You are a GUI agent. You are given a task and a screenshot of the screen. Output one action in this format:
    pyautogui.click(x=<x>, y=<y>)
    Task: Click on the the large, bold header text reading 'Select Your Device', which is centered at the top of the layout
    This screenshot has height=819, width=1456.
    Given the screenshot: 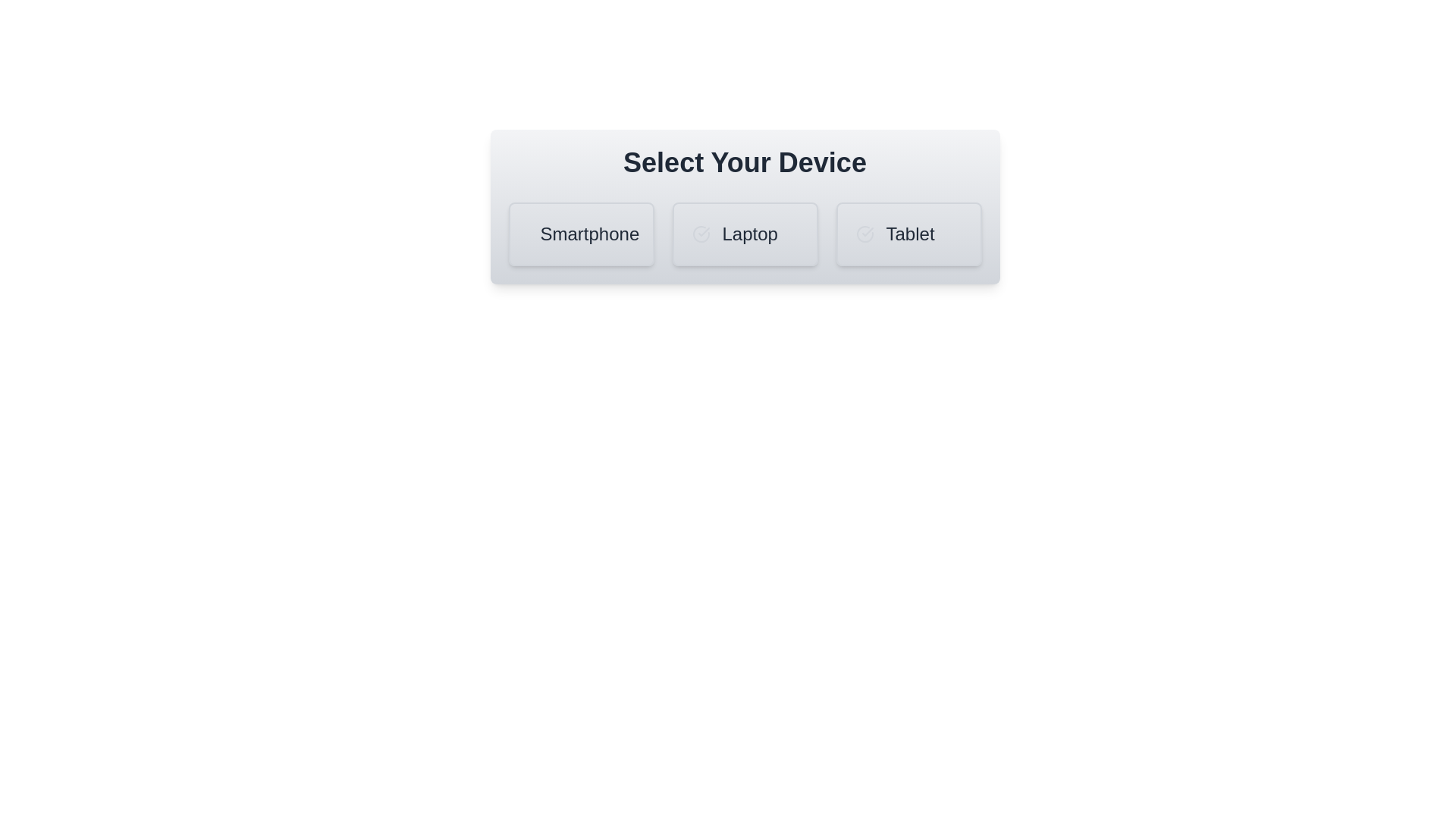 What is the action you would take?
    pyautogui.click(x=745, y=163)
    